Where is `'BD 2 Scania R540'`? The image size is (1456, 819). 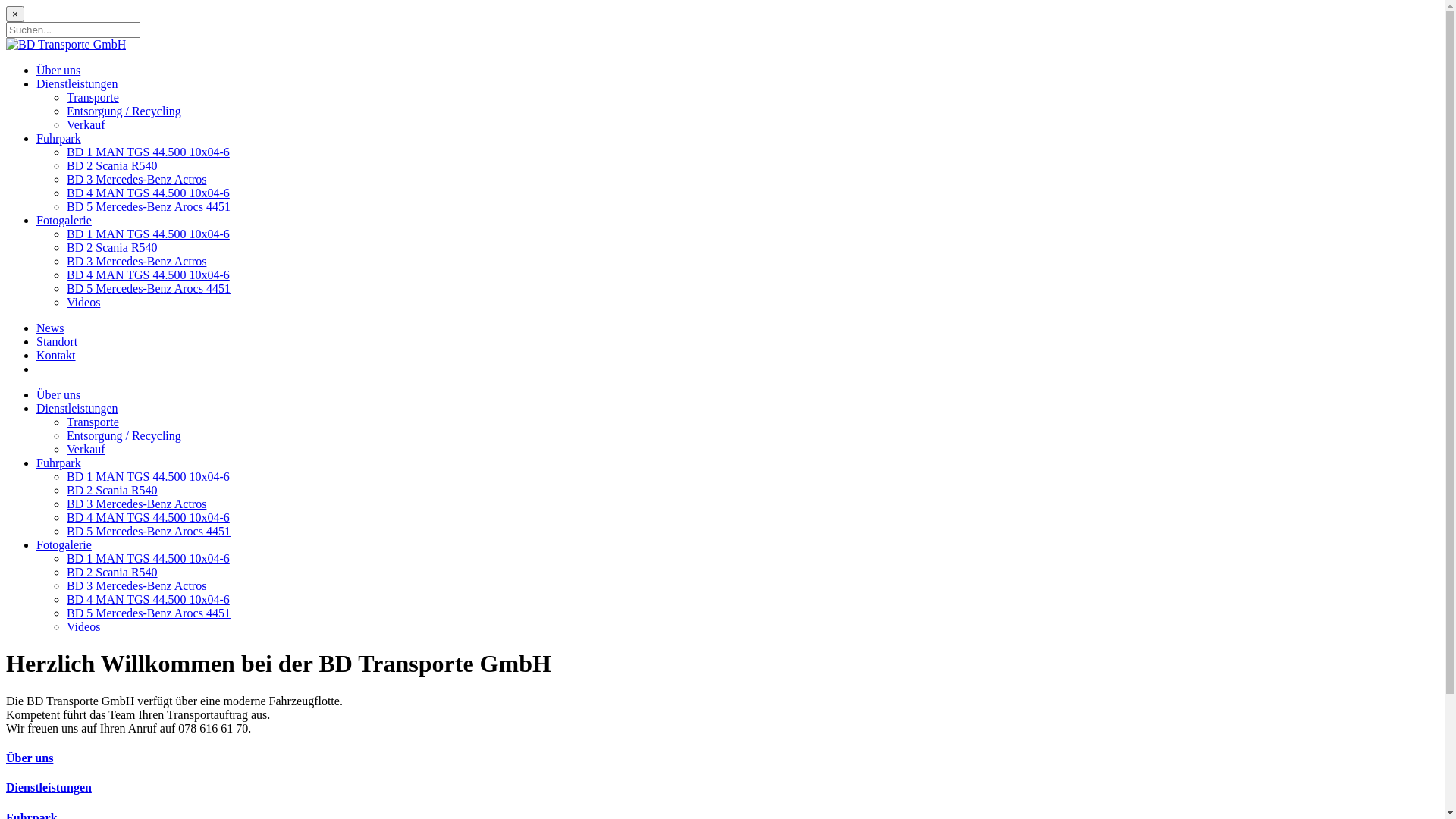 'BD 2 Scania R540' is located at coordinates (65, 490).